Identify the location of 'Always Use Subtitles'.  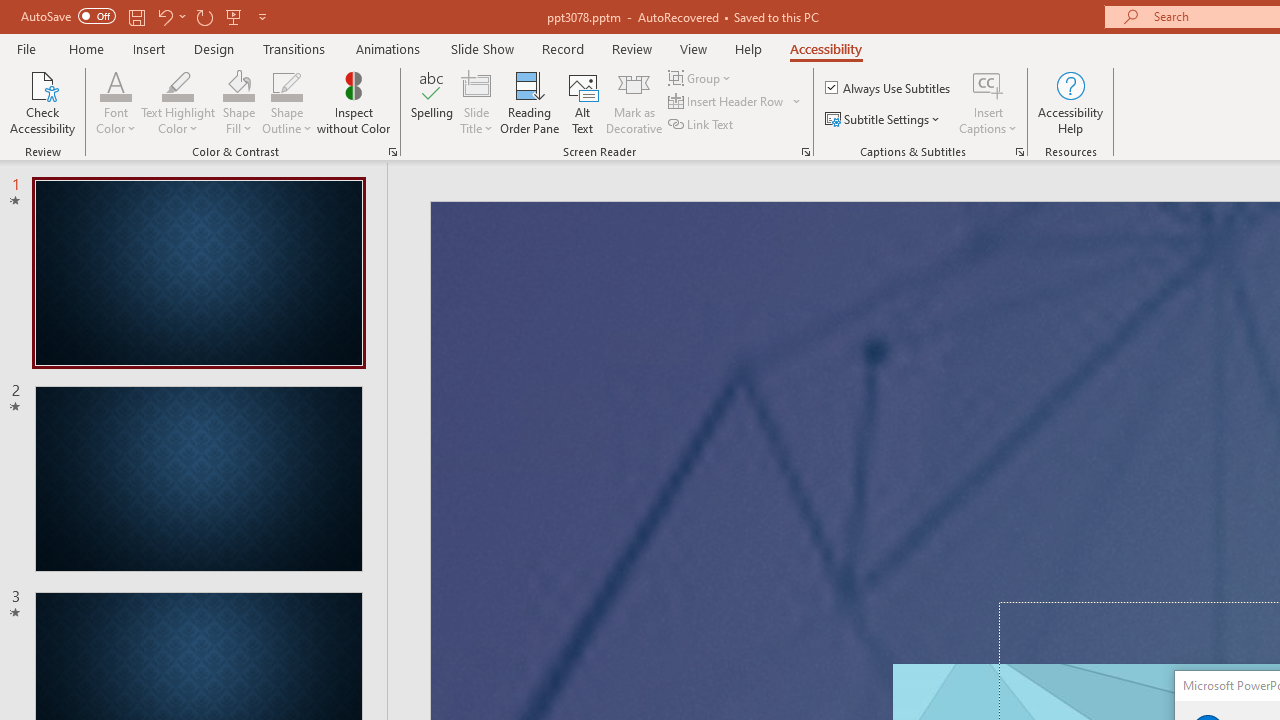
(888, 86).